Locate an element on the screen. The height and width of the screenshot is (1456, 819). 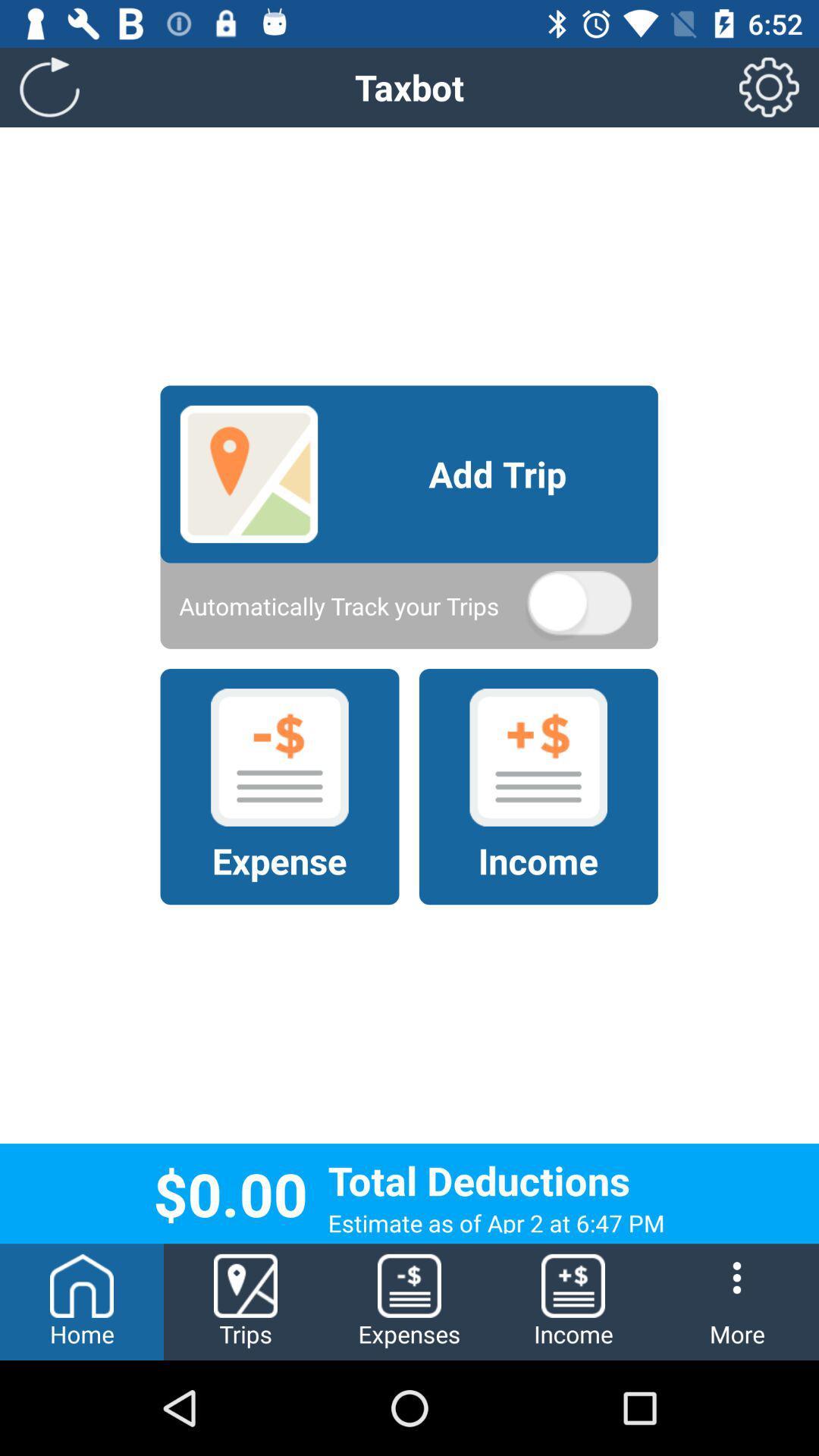
the home is located at coordinates (82, 1301).